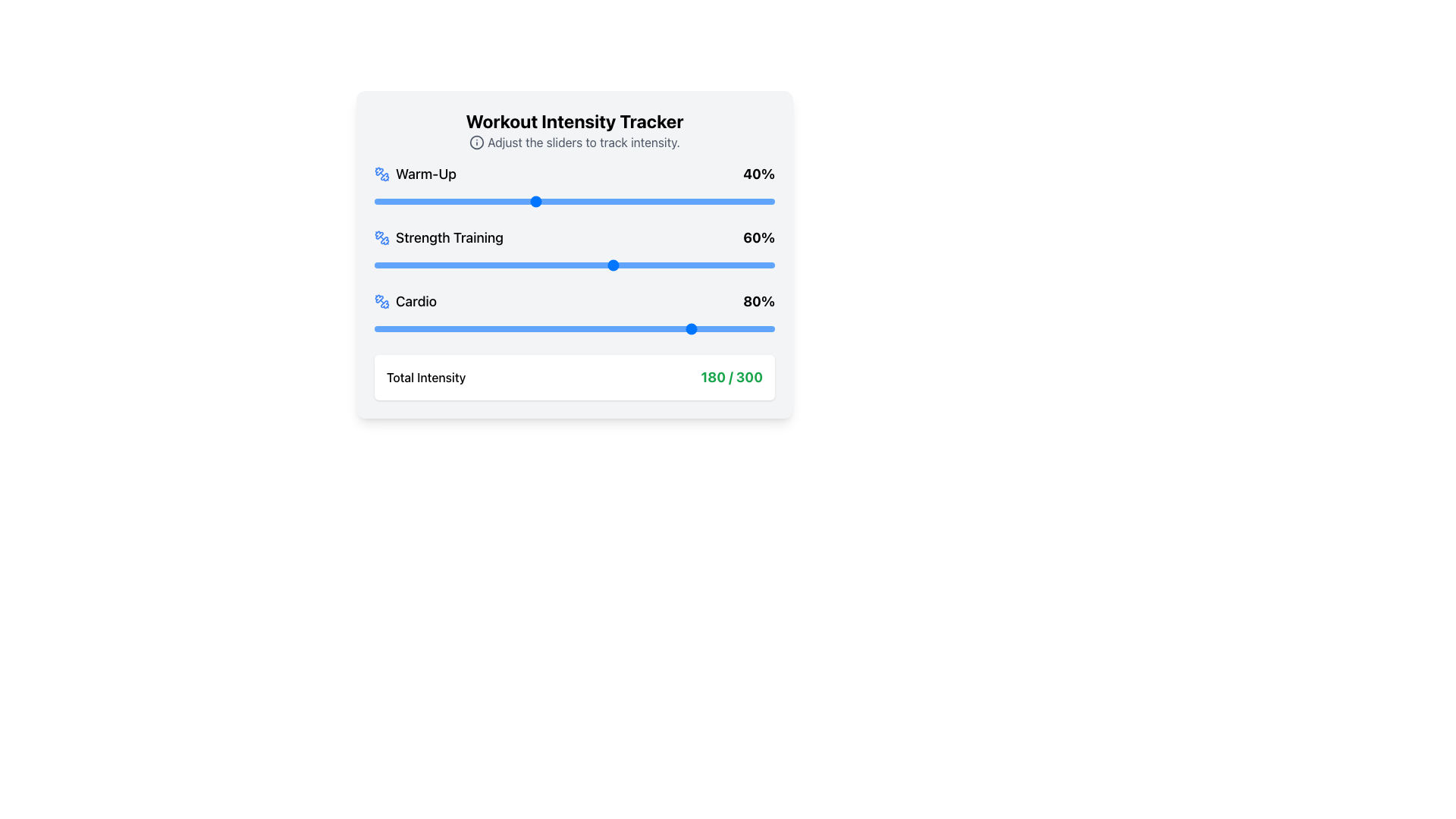  I want to click on the decorative fitness icon located to the left of the 'Strength Training' text label in the user interface, so click(379, 235).